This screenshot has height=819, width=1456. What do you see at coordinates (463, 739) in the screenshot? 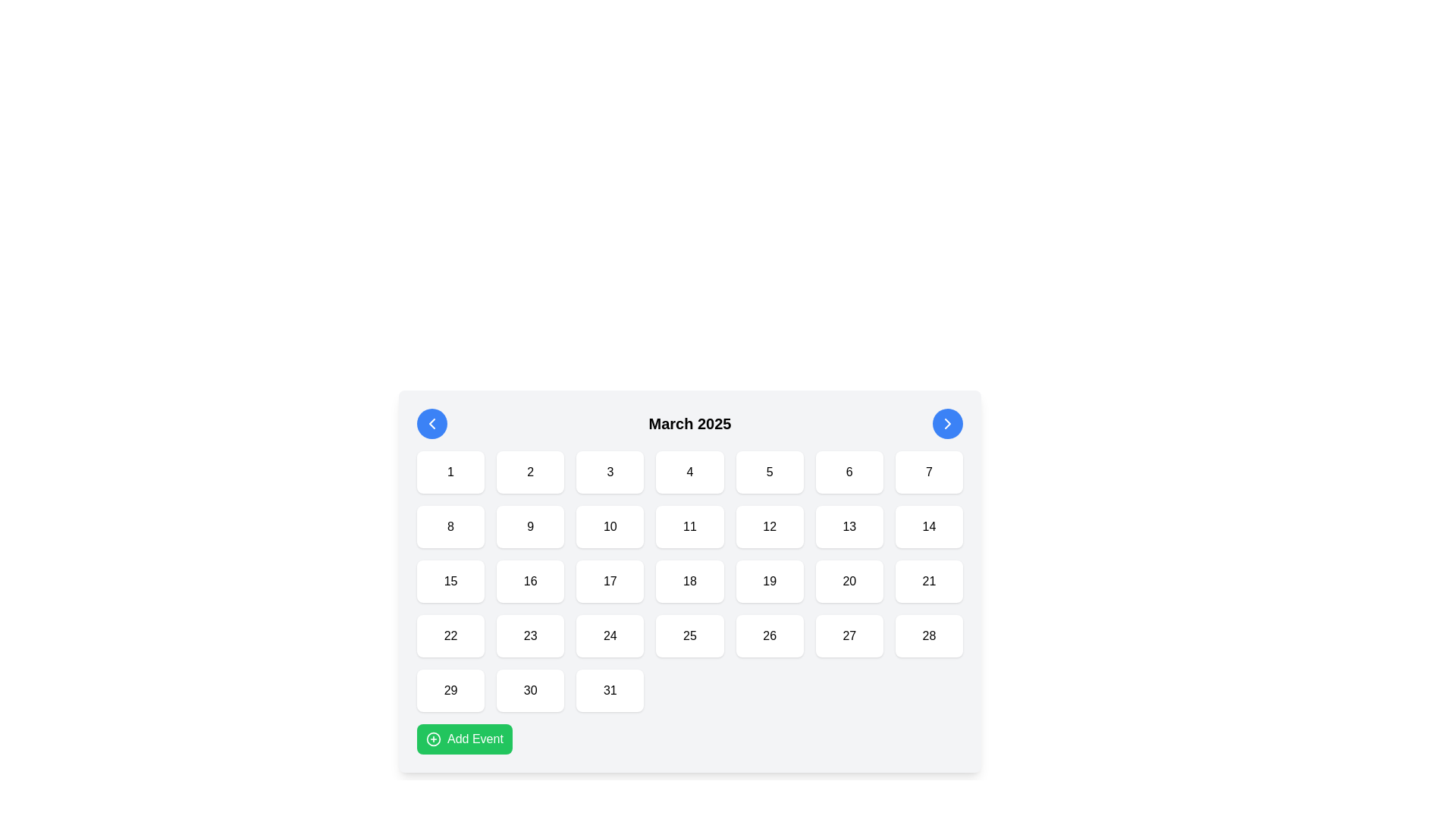
I see `the 'Add Event' button, which is a green rectangular button with white text and a plus sign icon, located near the bottom-left corner of the calendar interface` at bounding box center [463, 739].